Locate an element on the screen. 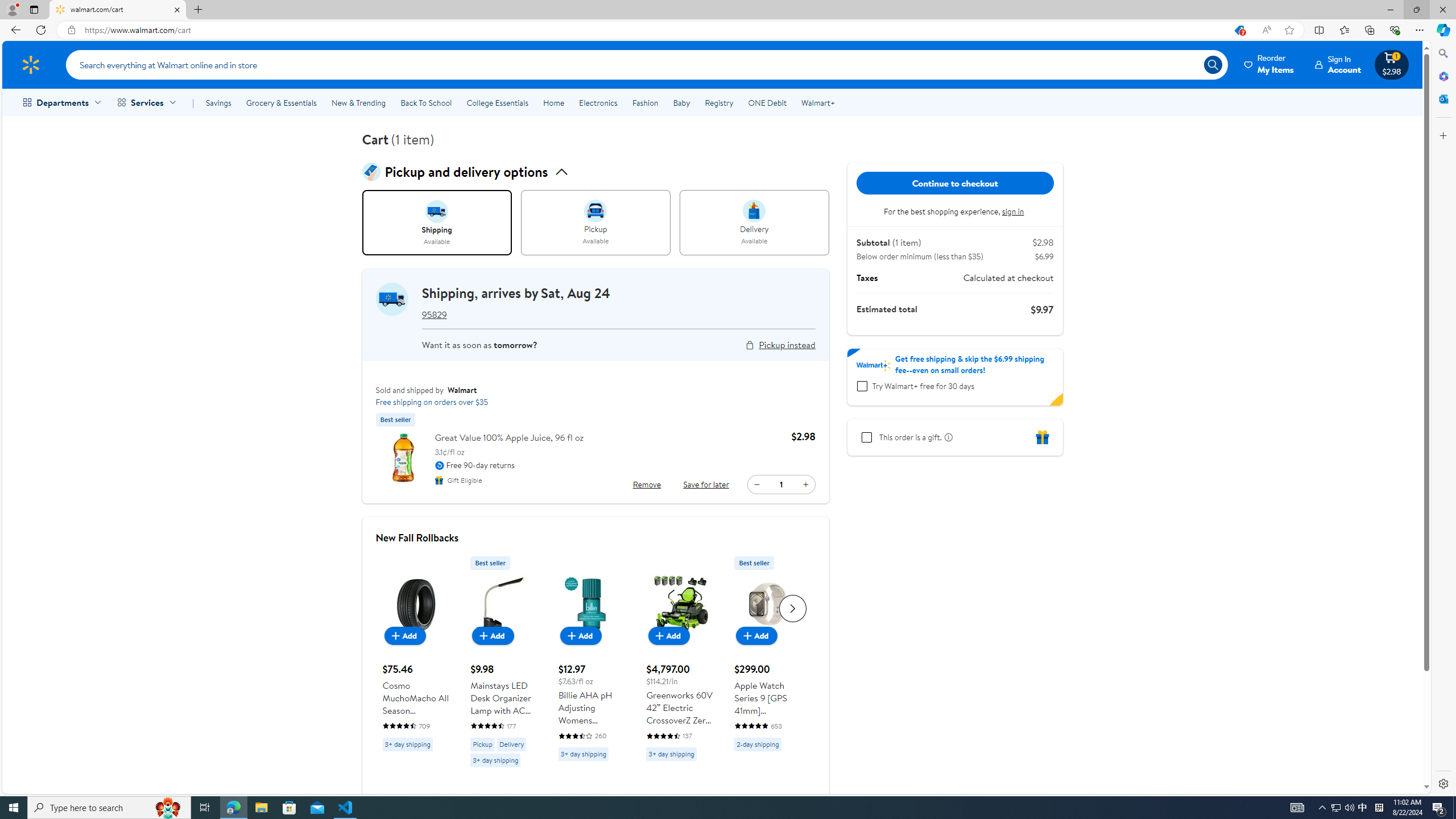  'New & Trending' is located at coordinates (359, 102).